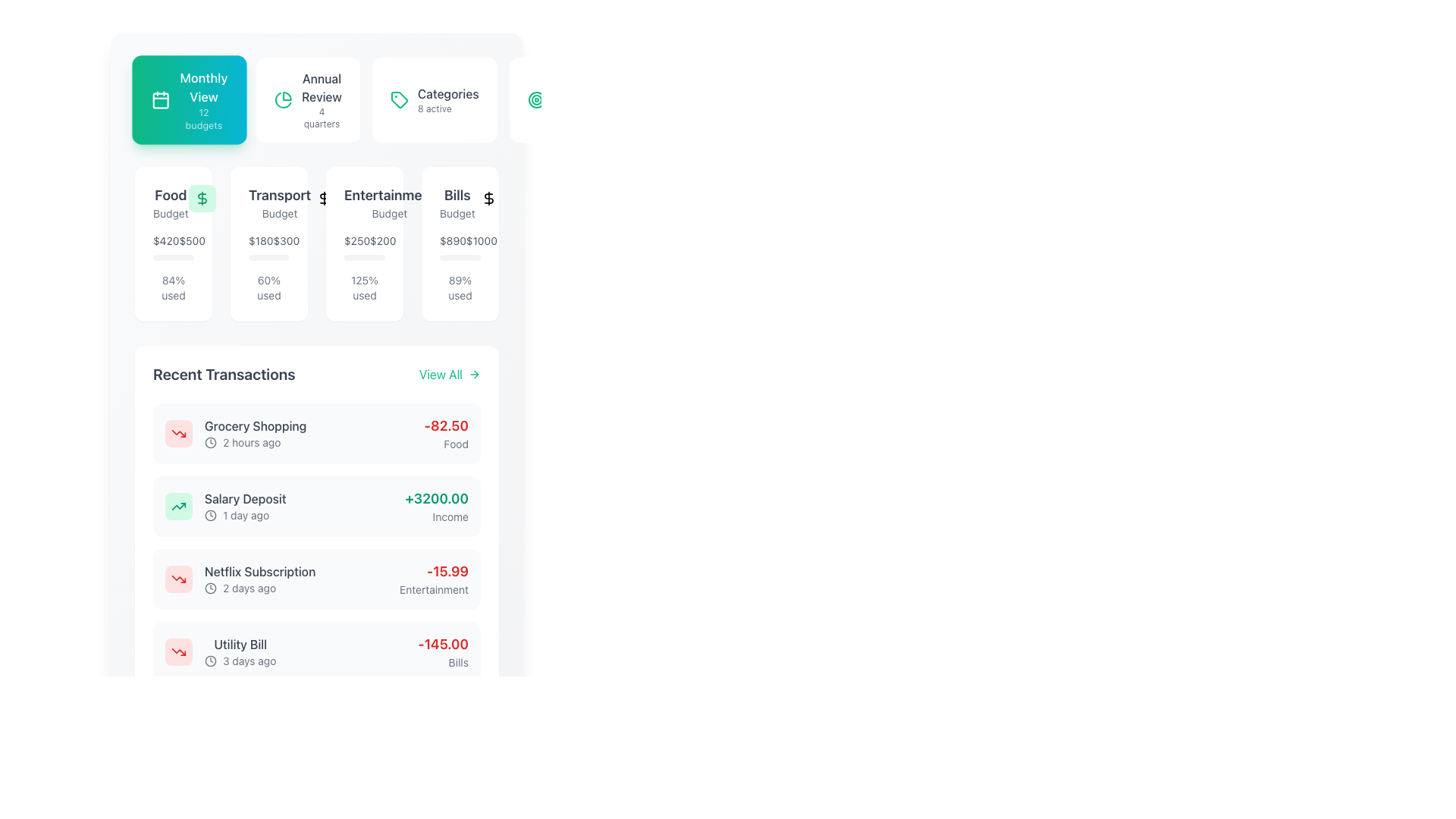  Describe the element at coordinates (442, 651) in the screenshot. I see `the textual information display element showing the amount '-145.00' in bold red font and the label 'Bills' in gray font, located in the rightmost part of the 'Utility Bill' transaction row in the 'Recent Transactions' section` at that location.